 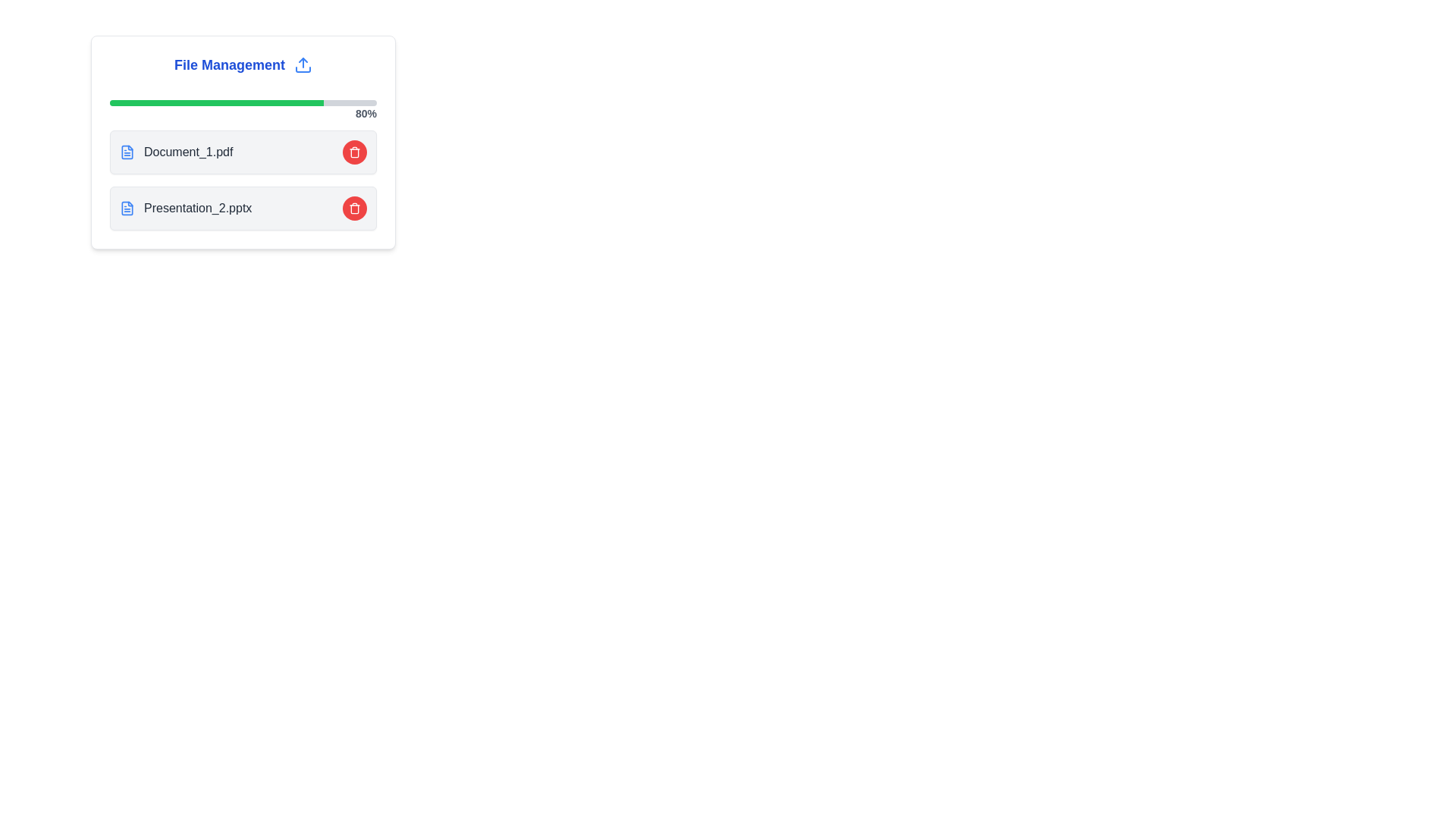 What do you see at coordinates (127, 152) in the screenshot?
I see `the document-style file icon located to the left of the 'Document_1.pdf' text` at bounding box center [127, 152].